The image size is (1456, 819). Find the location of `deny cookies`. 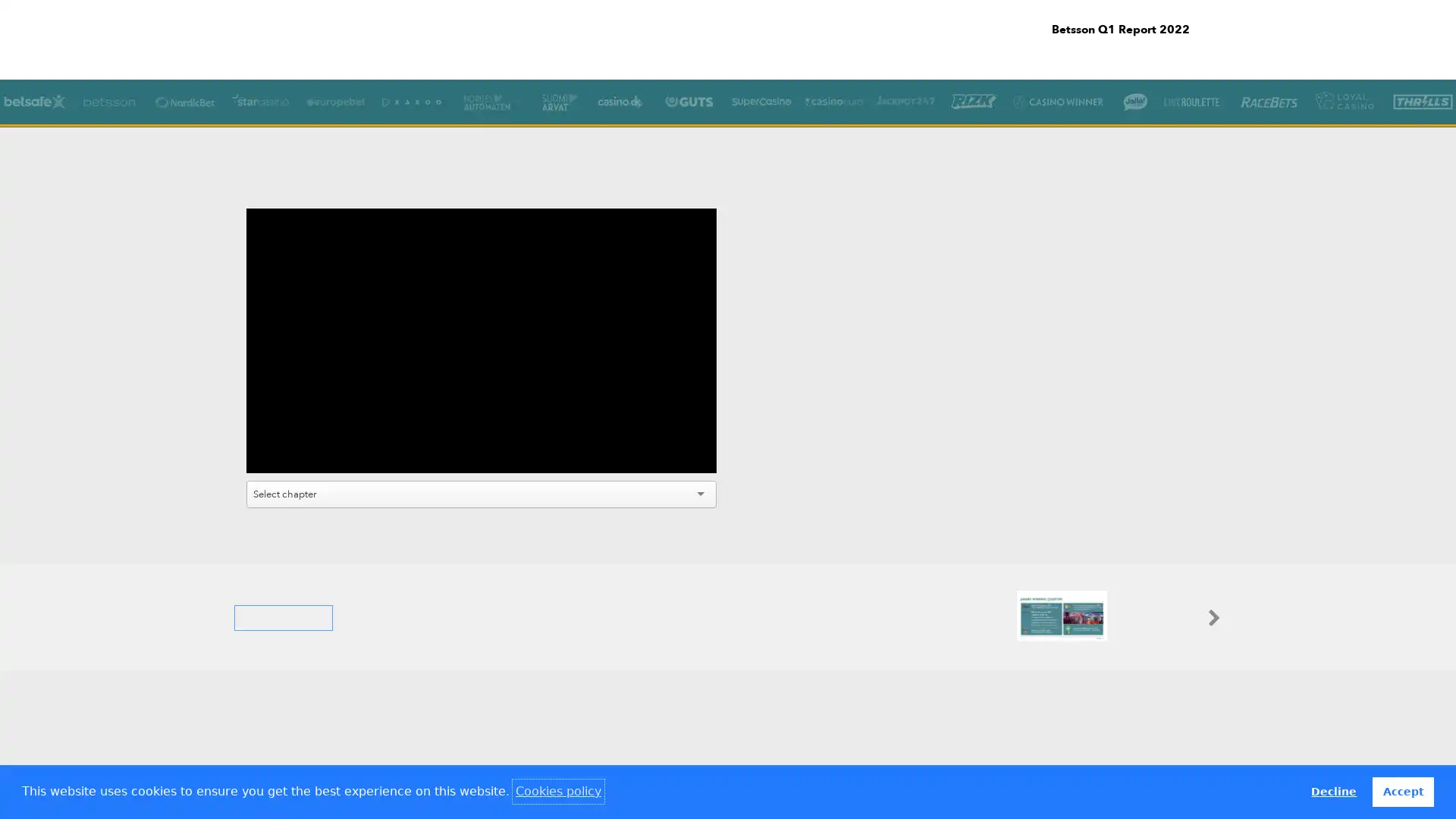

deny cookies is located at coordinates (1332, 791).